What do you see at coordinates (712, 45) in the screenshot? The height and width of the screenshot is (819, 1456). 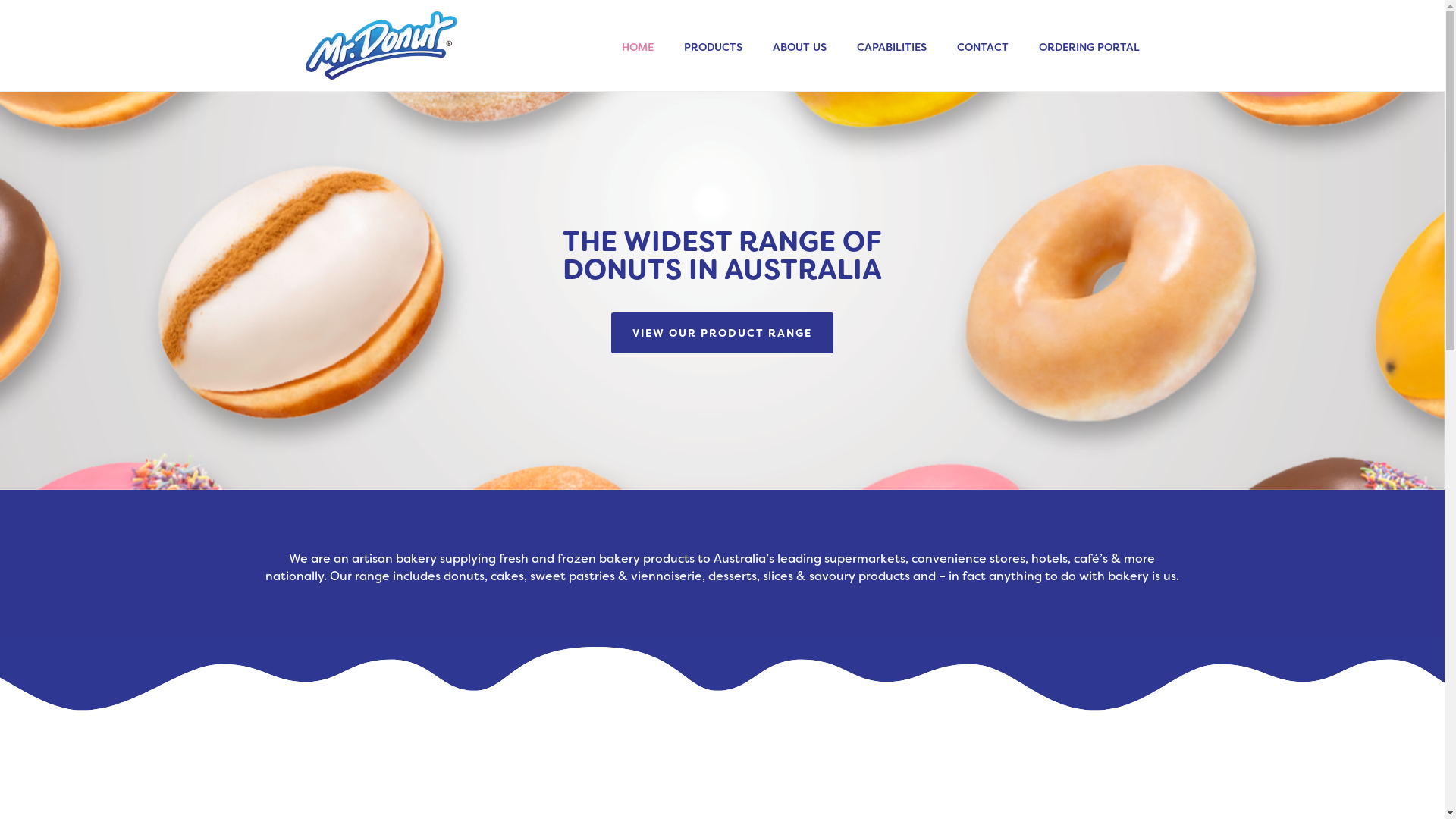 I see `'PRODUCTS'` at bounding box center [712, 45].